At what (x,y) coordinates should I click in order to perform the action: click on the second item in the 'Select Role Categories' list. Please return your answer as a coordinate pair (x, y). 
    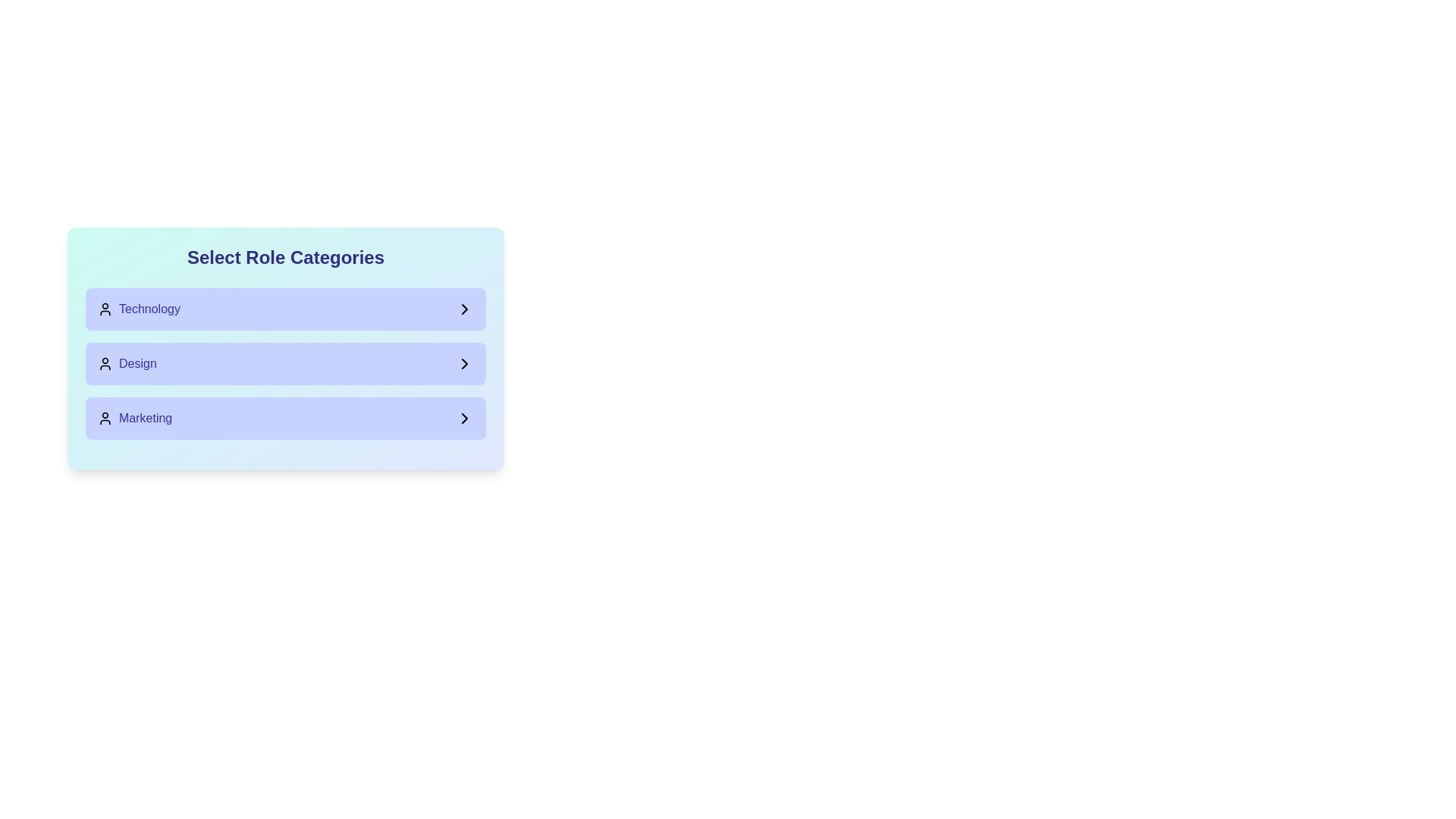
    Looking at the image, I should click on (286, 348).